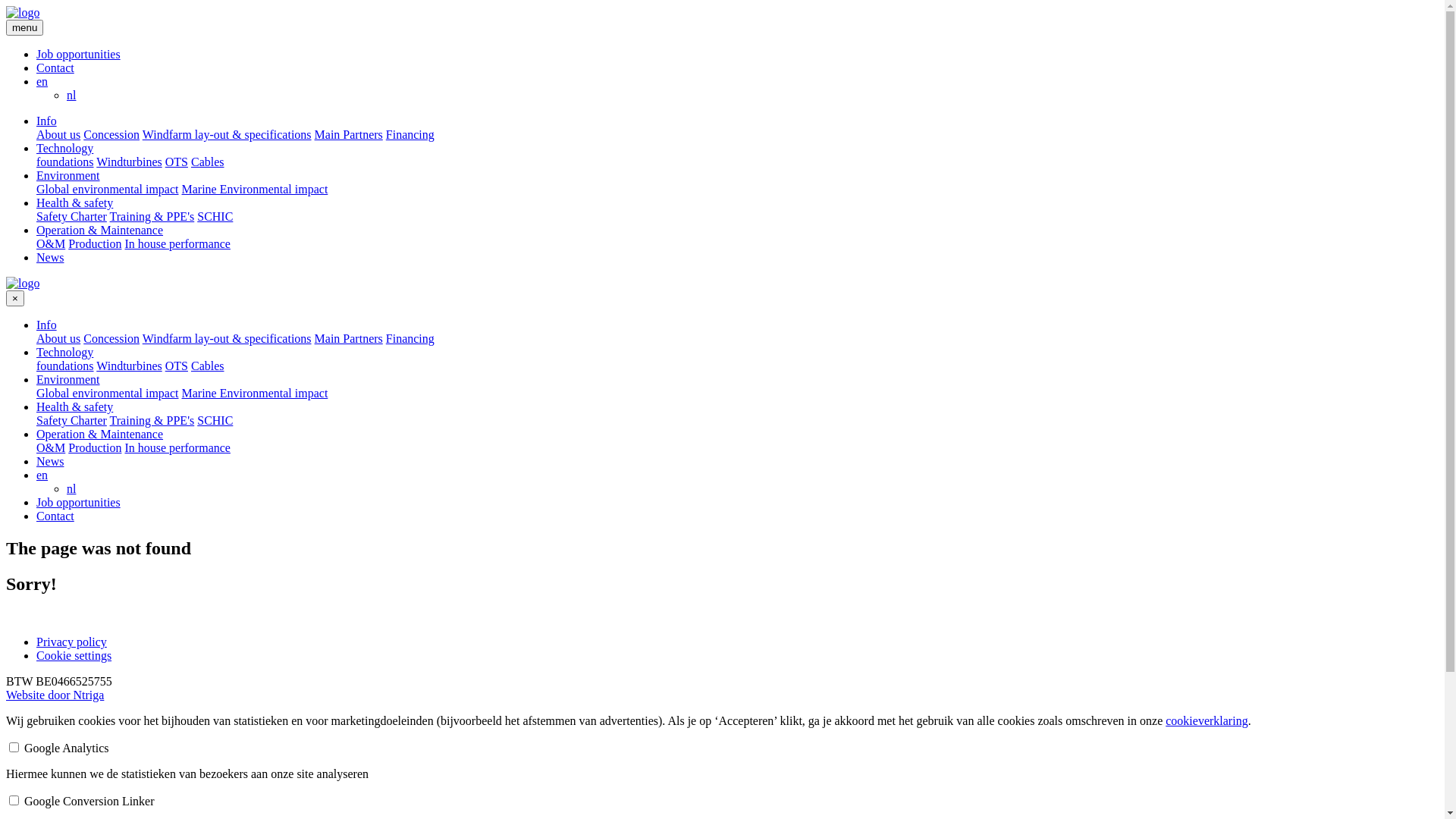 This screenshot has width=1456, height=819. I want to click on 'Windfarm lay-out & specifications', so click(142, 337).